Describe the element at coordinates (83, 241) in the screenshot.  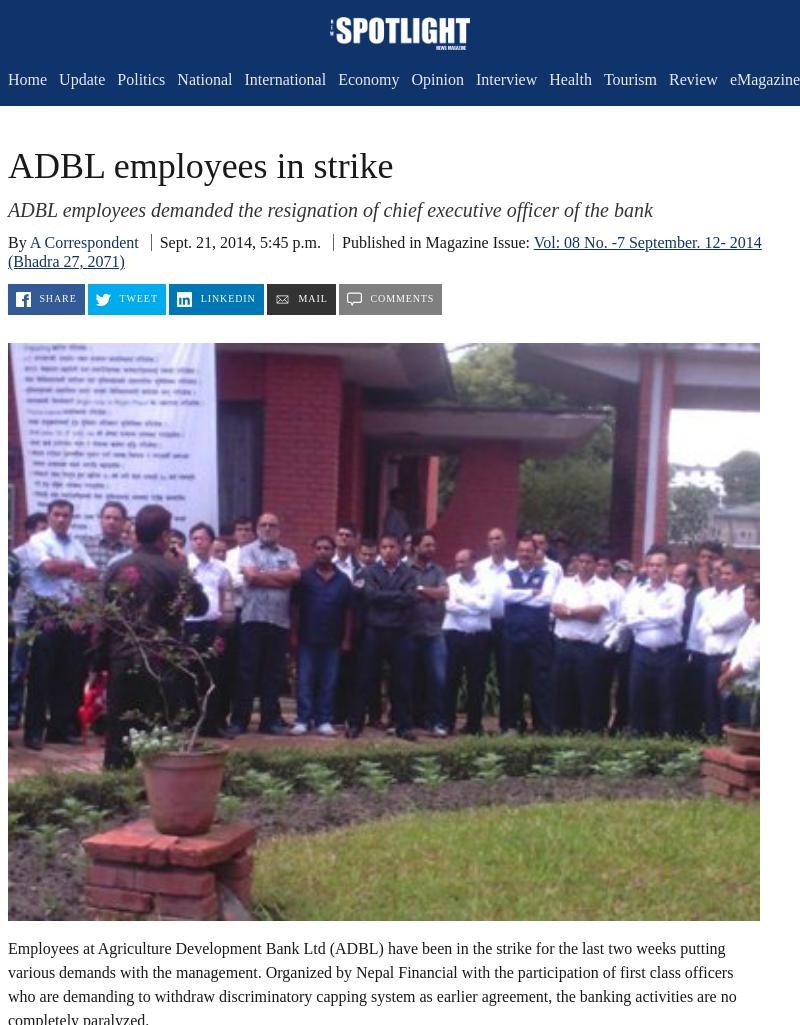
I see `'A Correspondent'` at that location.